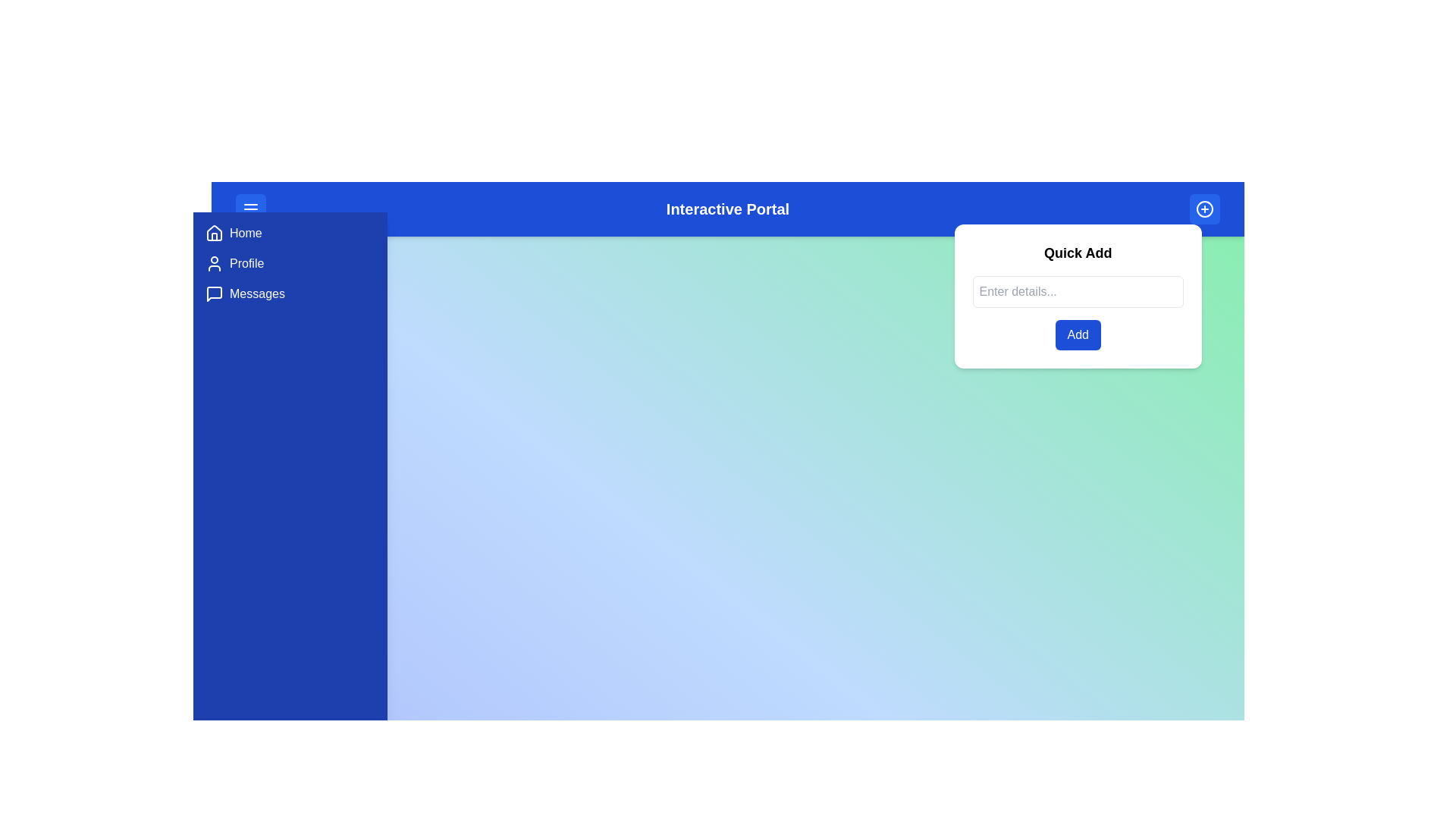 Image resolution: width=1456 pixels, height=819 pixels. Describe the element at coordinates (1203, 209) in the screenshot. I see `the 'Quick Add' button to toggle the visibility of the quick add dialog` at that location.